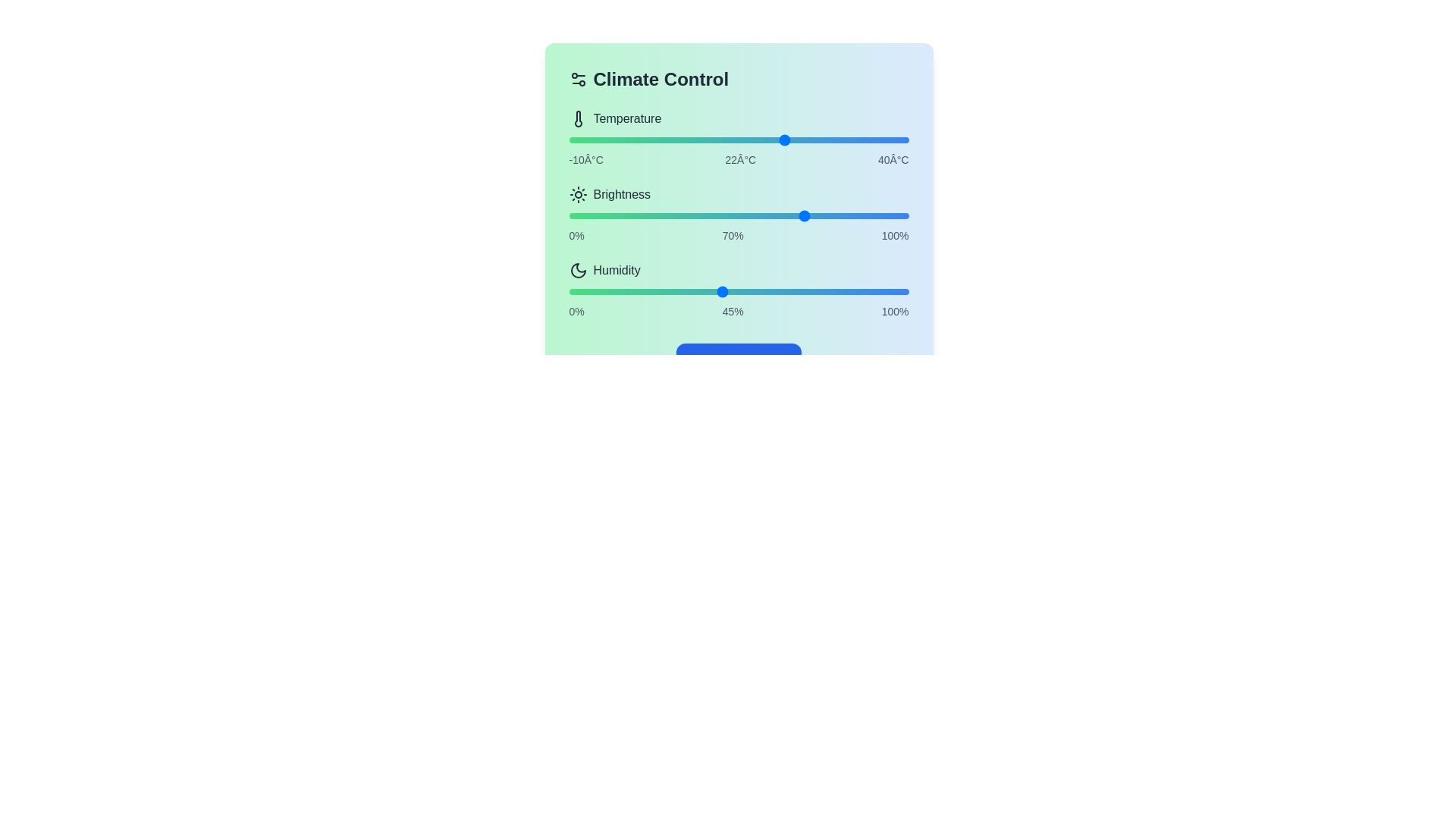 The width and height of the screenshot is (1456, 819). What do you see at coordinates (585, 160) in the screenshot?
I see `the text label displaying '-10°C'` at bounding box center [585, 160].